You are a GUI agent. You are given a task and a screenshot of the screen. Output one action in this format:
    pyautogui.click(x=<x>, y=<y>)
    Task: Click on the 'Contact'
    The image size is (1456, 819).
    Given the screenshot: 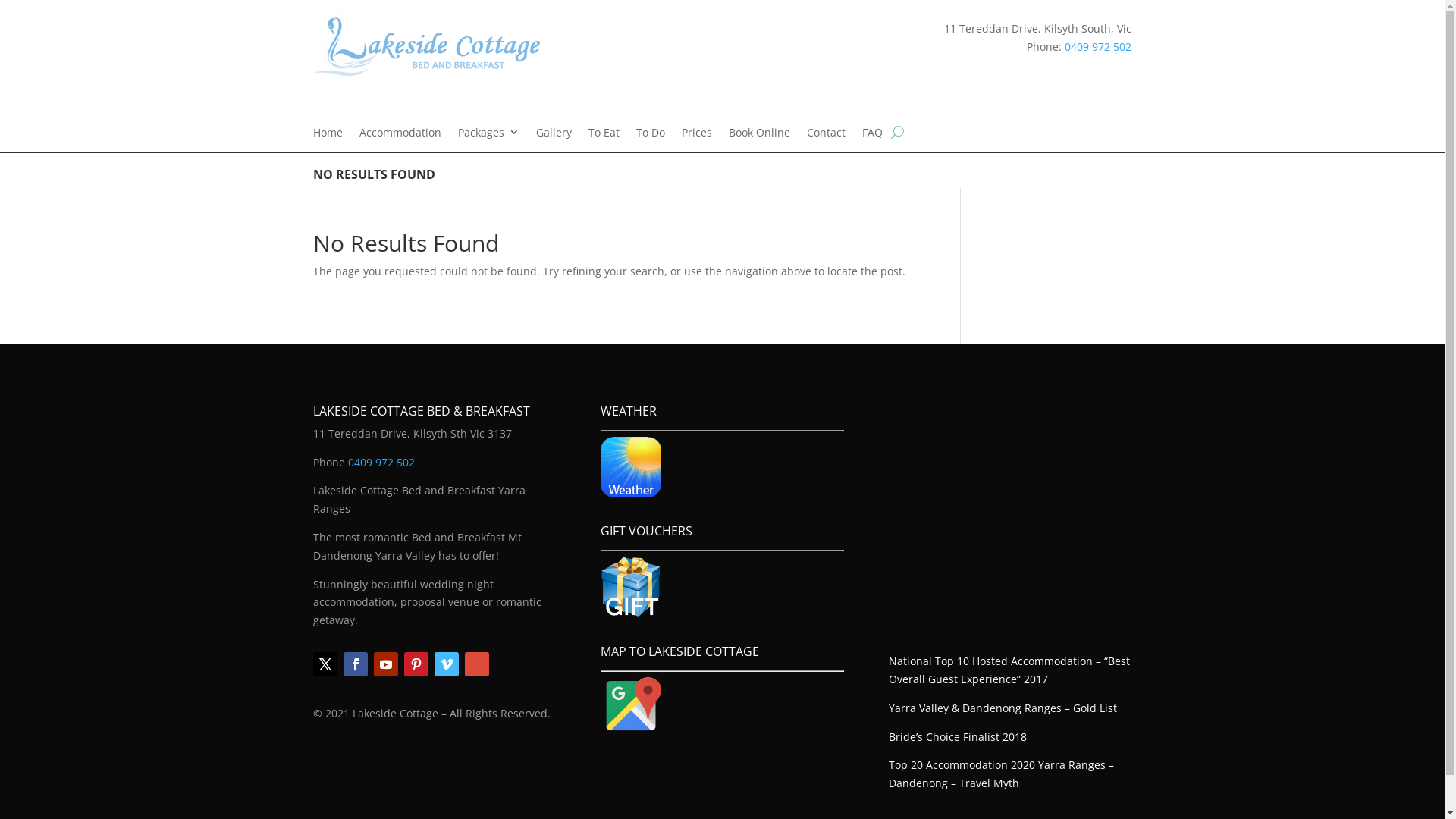 What is the action you would take?
    pyautogui.click(x=806, y=134)
    